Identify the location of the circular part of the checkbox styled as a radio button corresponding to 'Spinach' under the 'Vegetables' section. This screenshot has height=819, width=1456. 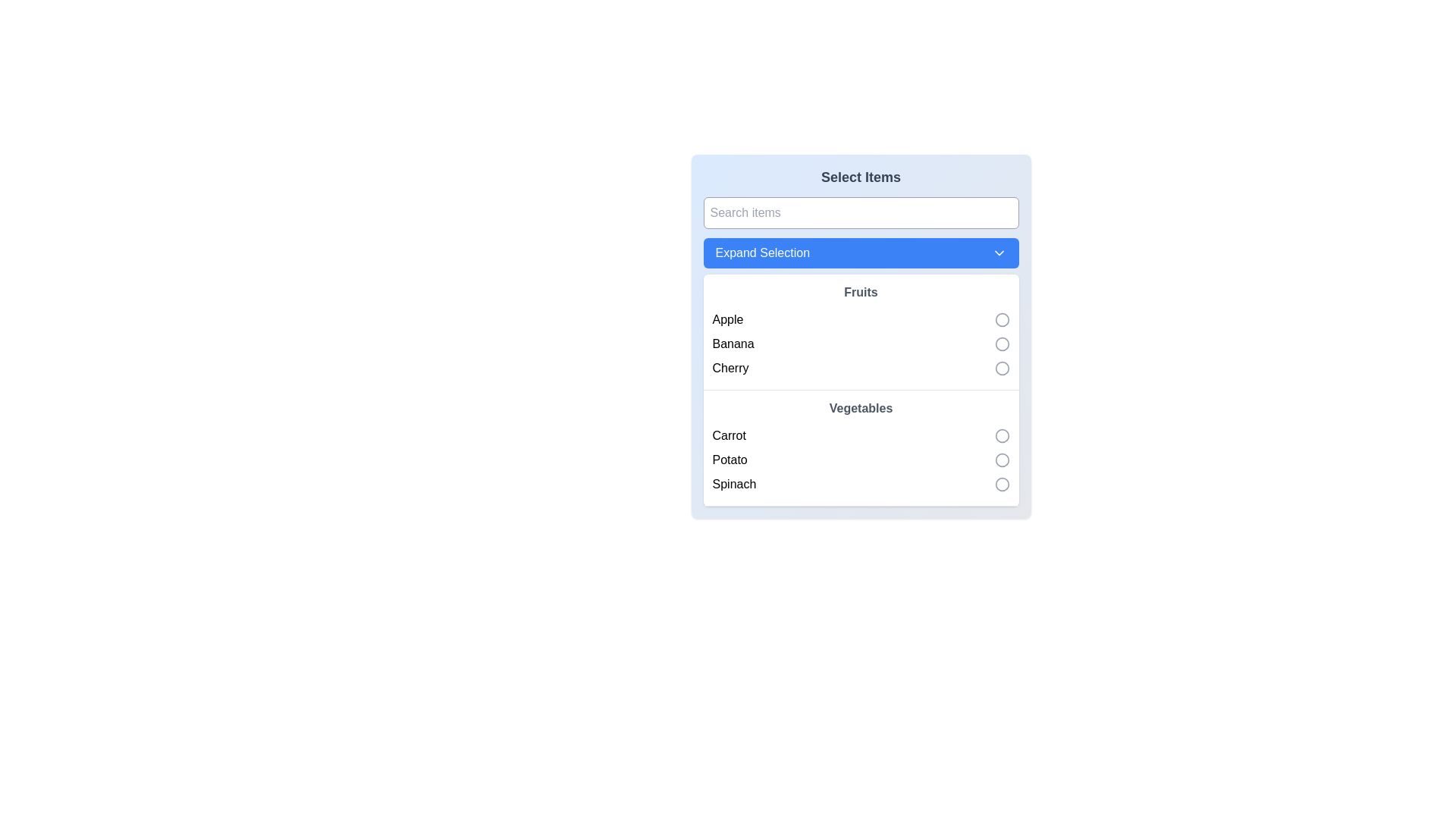
(1002, 485).